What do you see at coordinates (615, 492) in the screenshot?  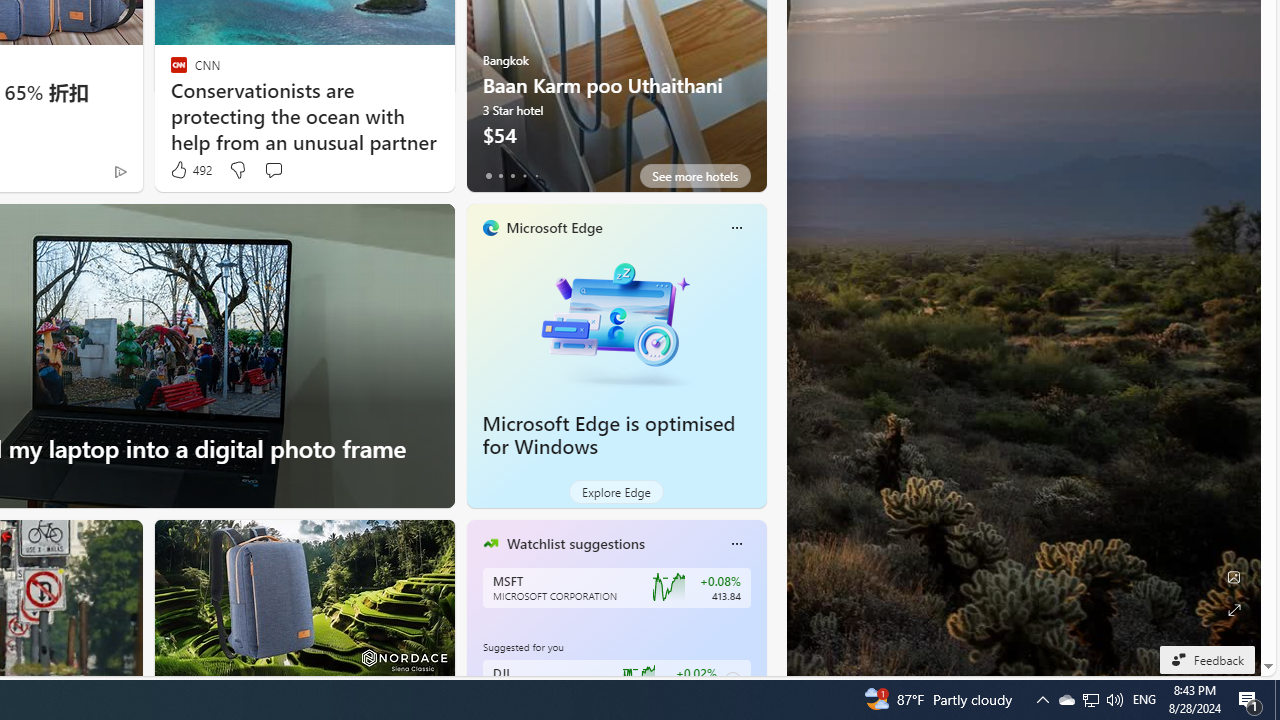 I see `'Explore Edge'` at bounding box center [615, 492].